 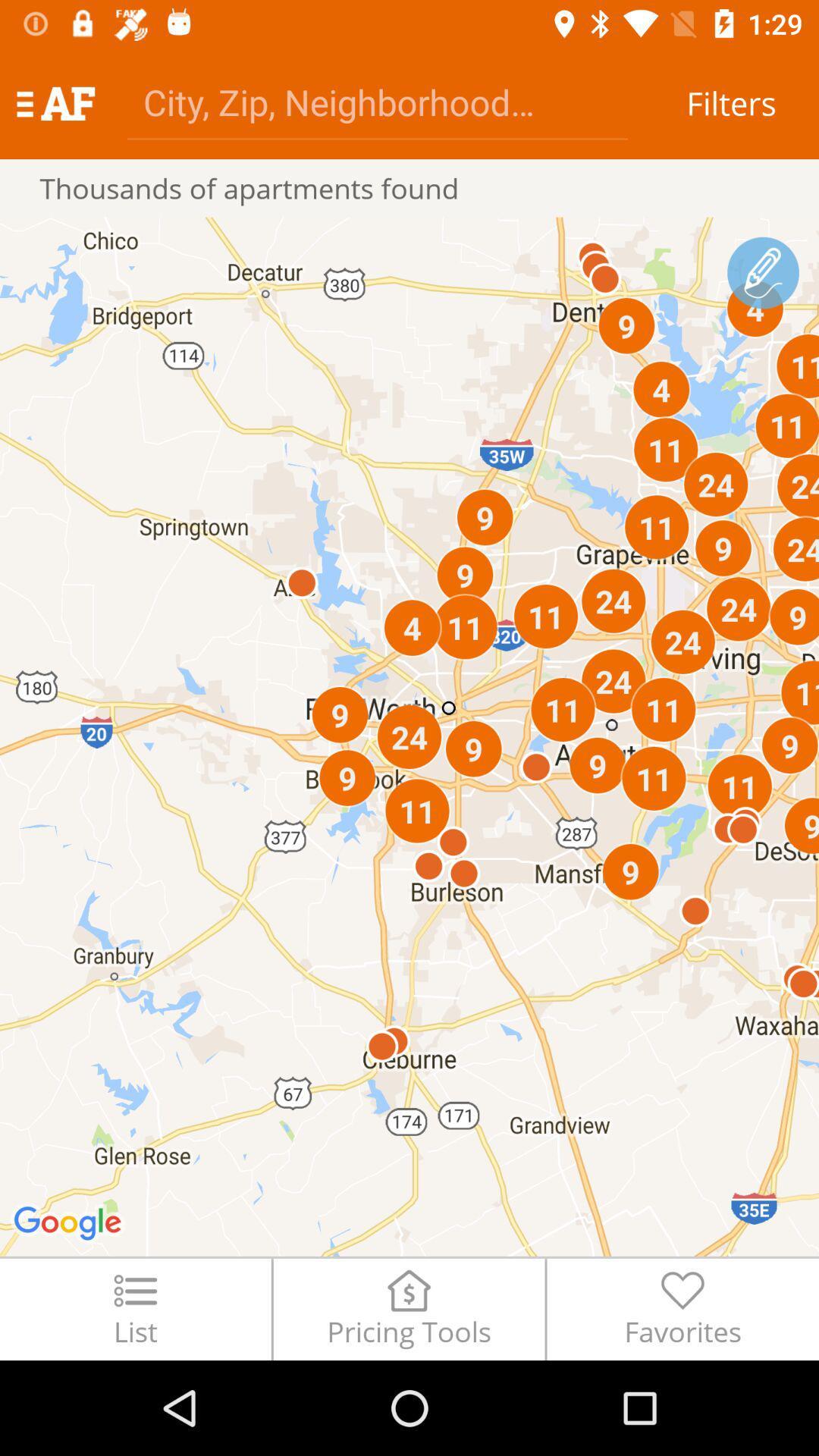 I want to click on icon below the filters item, so click(x=763, y=273).